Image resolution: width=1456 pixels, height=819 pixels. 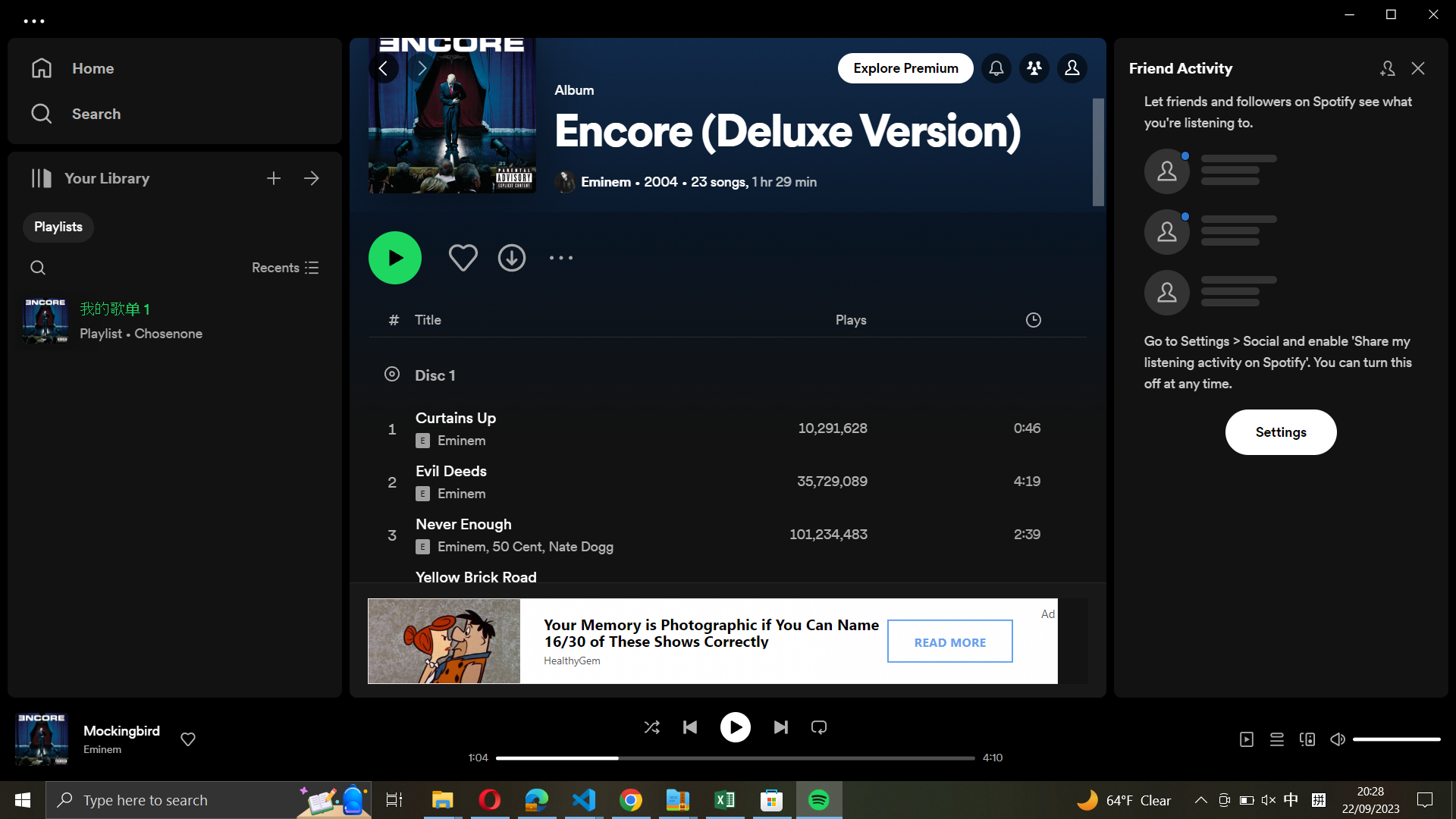 What do you see at coordinates (726, 483) in the screenshot?
I see `Play the song "Evil Deeds` at bounding box center [726, 483].